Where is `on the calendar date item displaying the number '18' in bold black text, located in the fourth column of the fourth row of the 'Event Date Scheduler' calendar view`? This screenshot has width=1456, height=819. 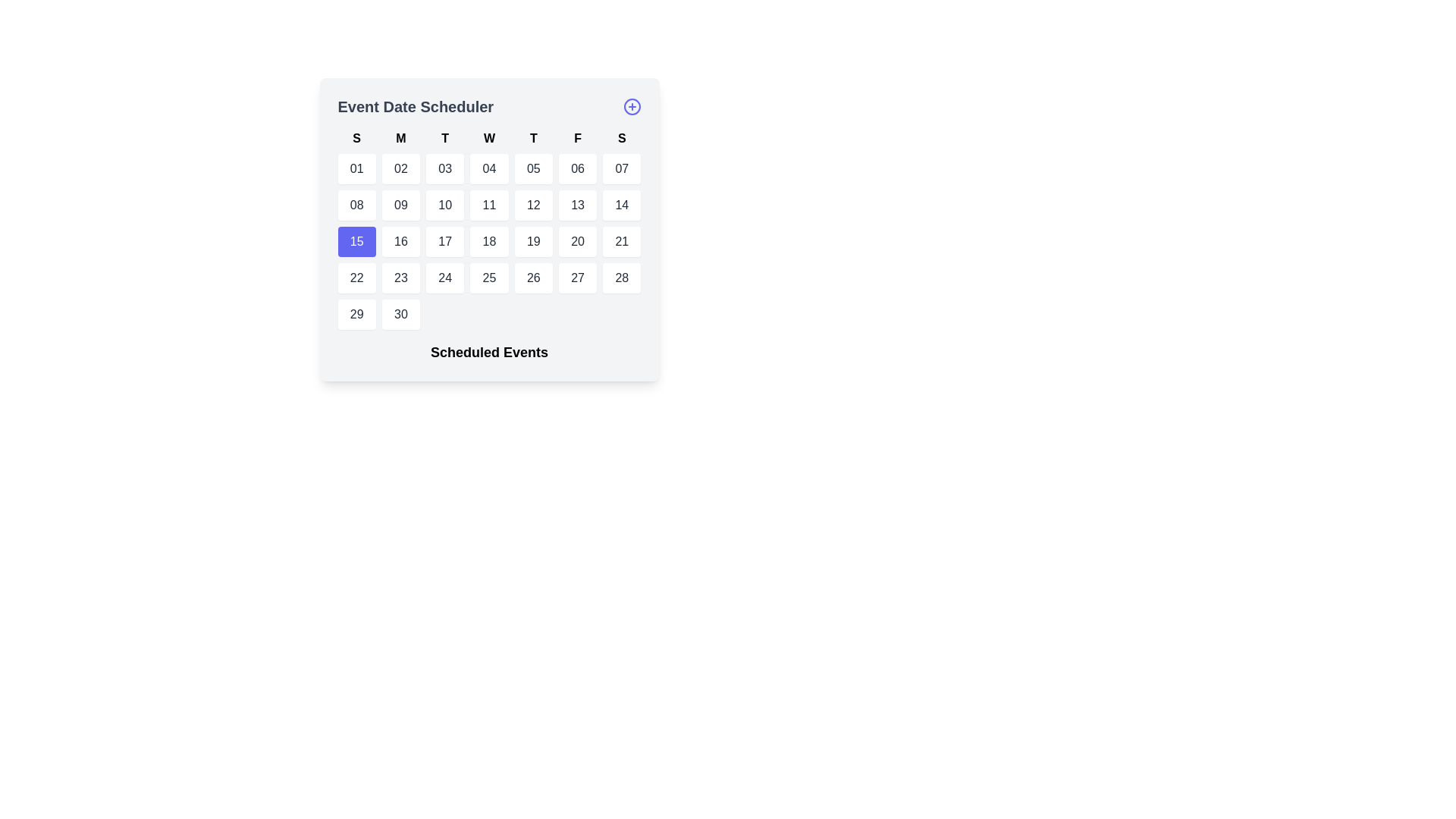 on the calendar date item displaying the number '18' in bold black text, located in the fourth column of the fourth row of the 'Event Date Scheduler' calendar view is located at coordinates (489, 241).